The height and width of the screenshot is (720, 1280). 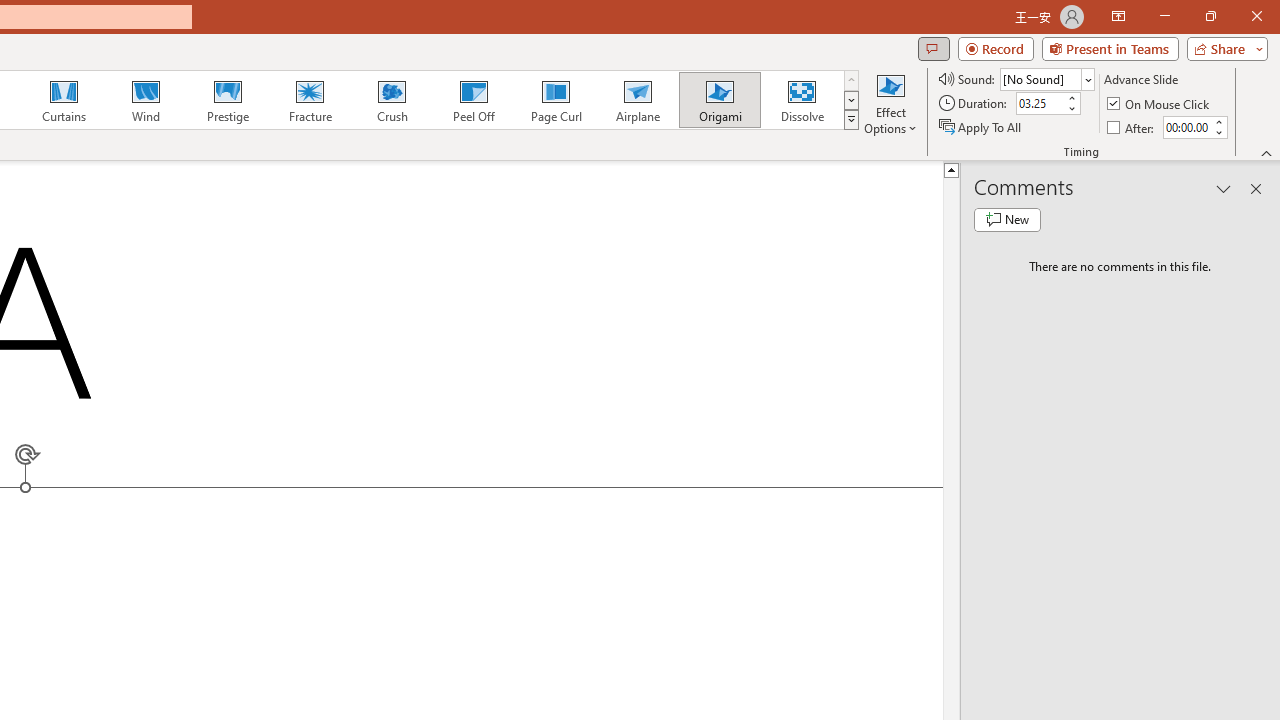 What do you see at coordinates (981, 127) in the screenshot?
I see `'Apply To All'` at bounding box center [981, 127].